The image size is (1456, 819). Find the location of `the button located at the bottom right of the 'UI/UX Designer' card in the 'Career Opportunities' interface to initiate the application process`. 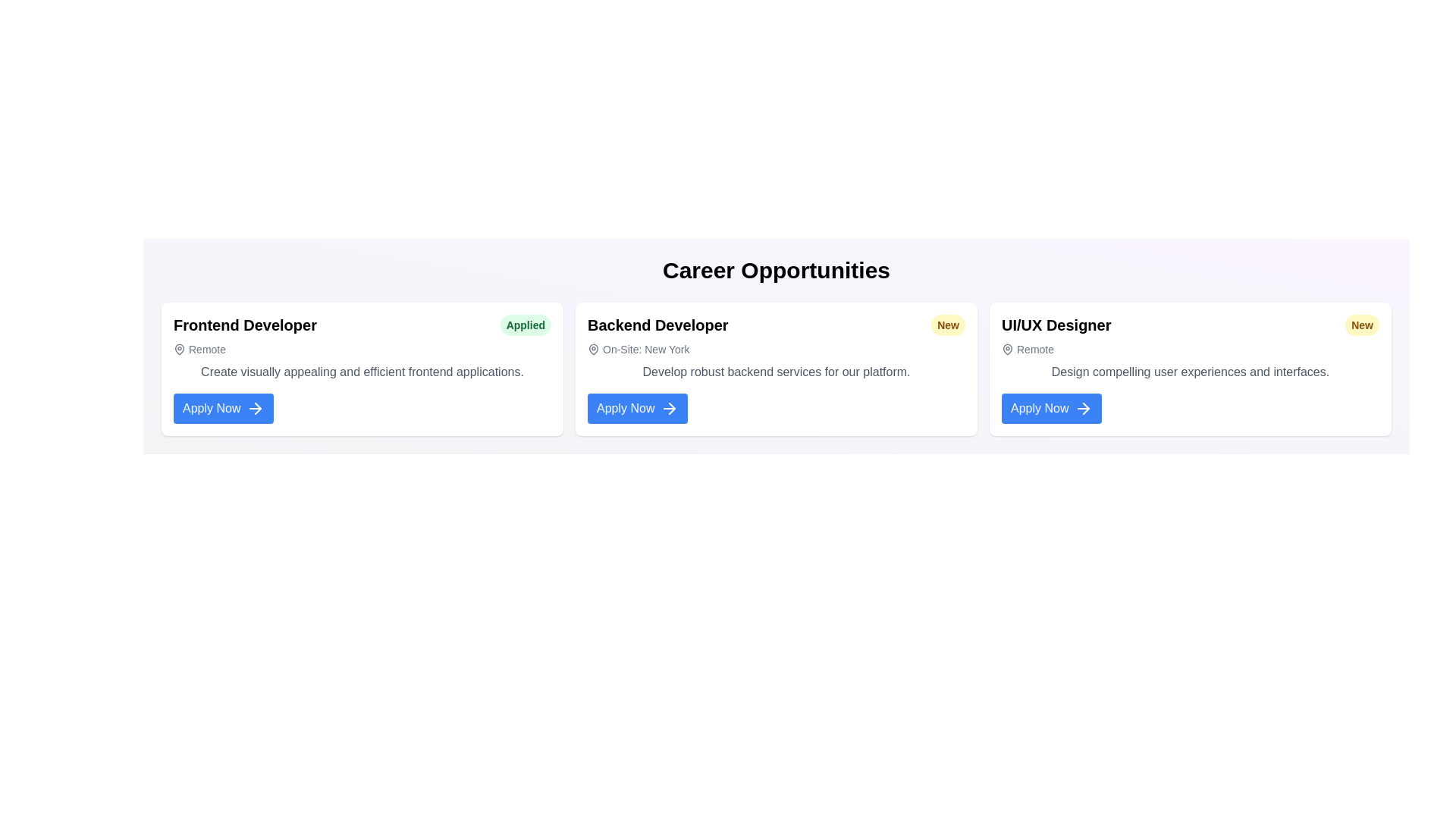

the button located at the bottom right of the 'UI/UX Designer' card in the 'Career Opportunities' interface to initiate the application process is located at coordinates (1051, 408).